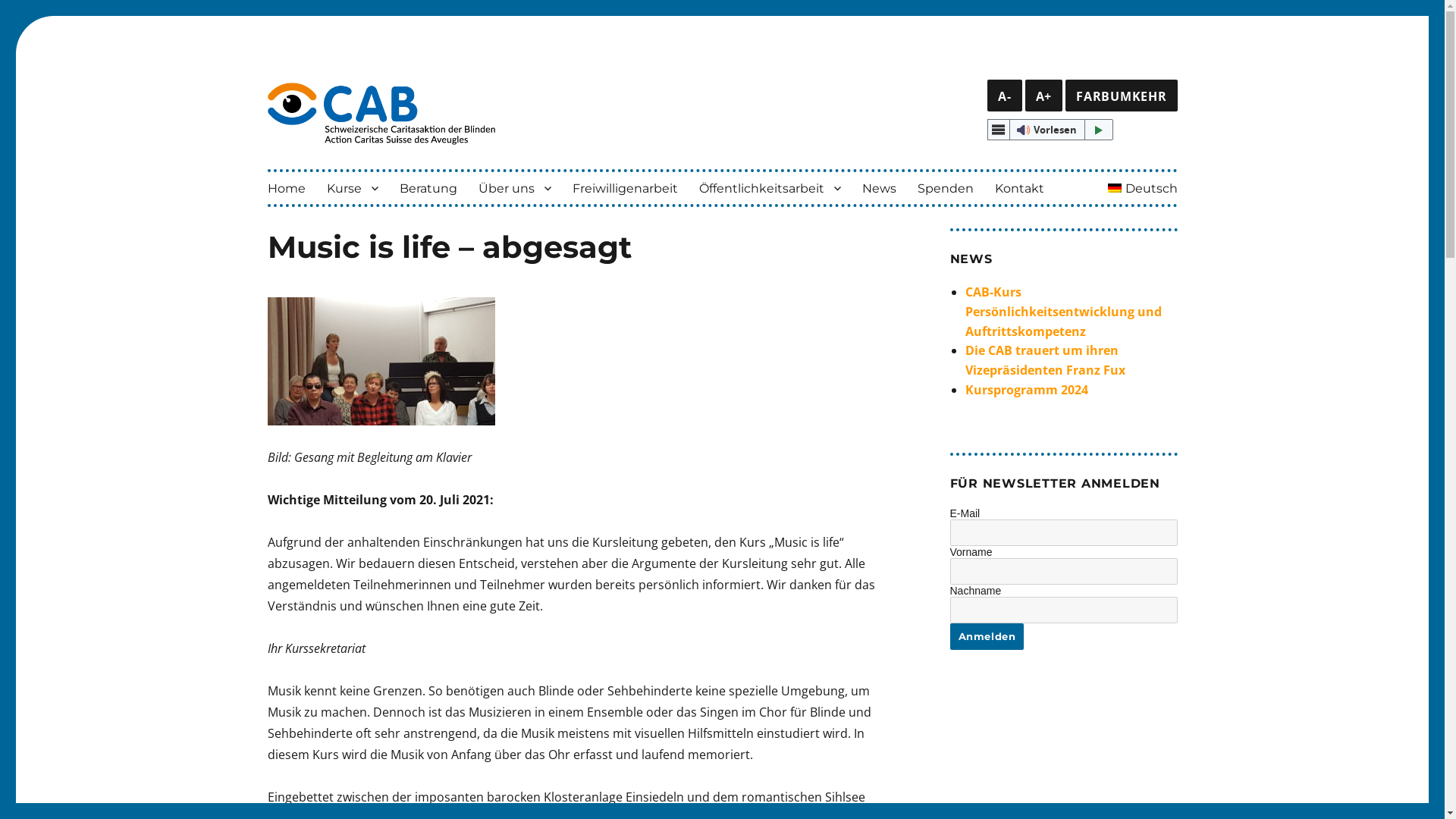 The width and height of the screenshot is (1456, 819). I want to click on 'FARBUMKEHR', so click(1065, 96).